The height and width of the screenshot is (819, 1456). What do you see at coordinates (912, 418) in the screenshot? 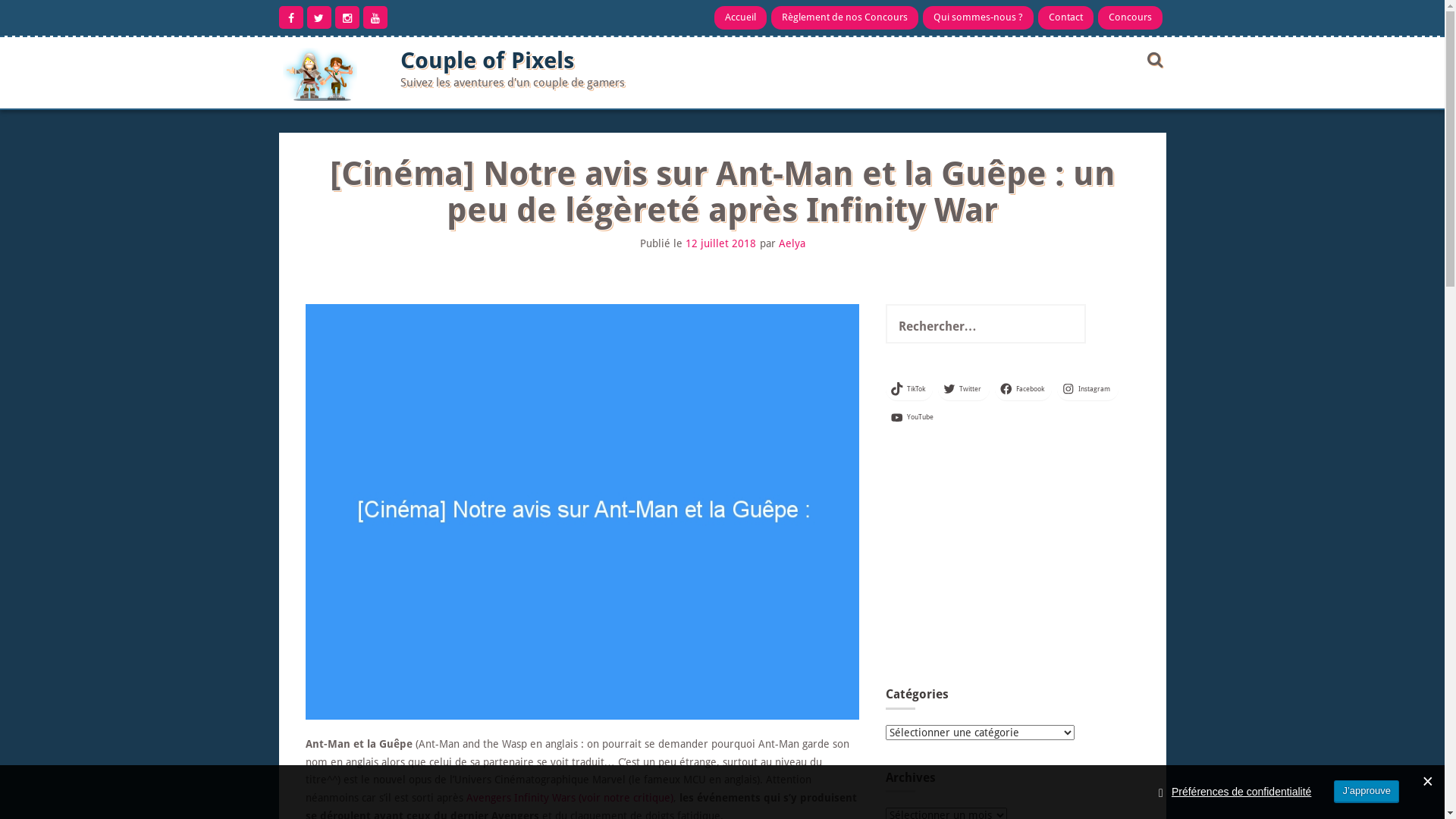
I see `'YouTube'` at bounding box center [912, 418].